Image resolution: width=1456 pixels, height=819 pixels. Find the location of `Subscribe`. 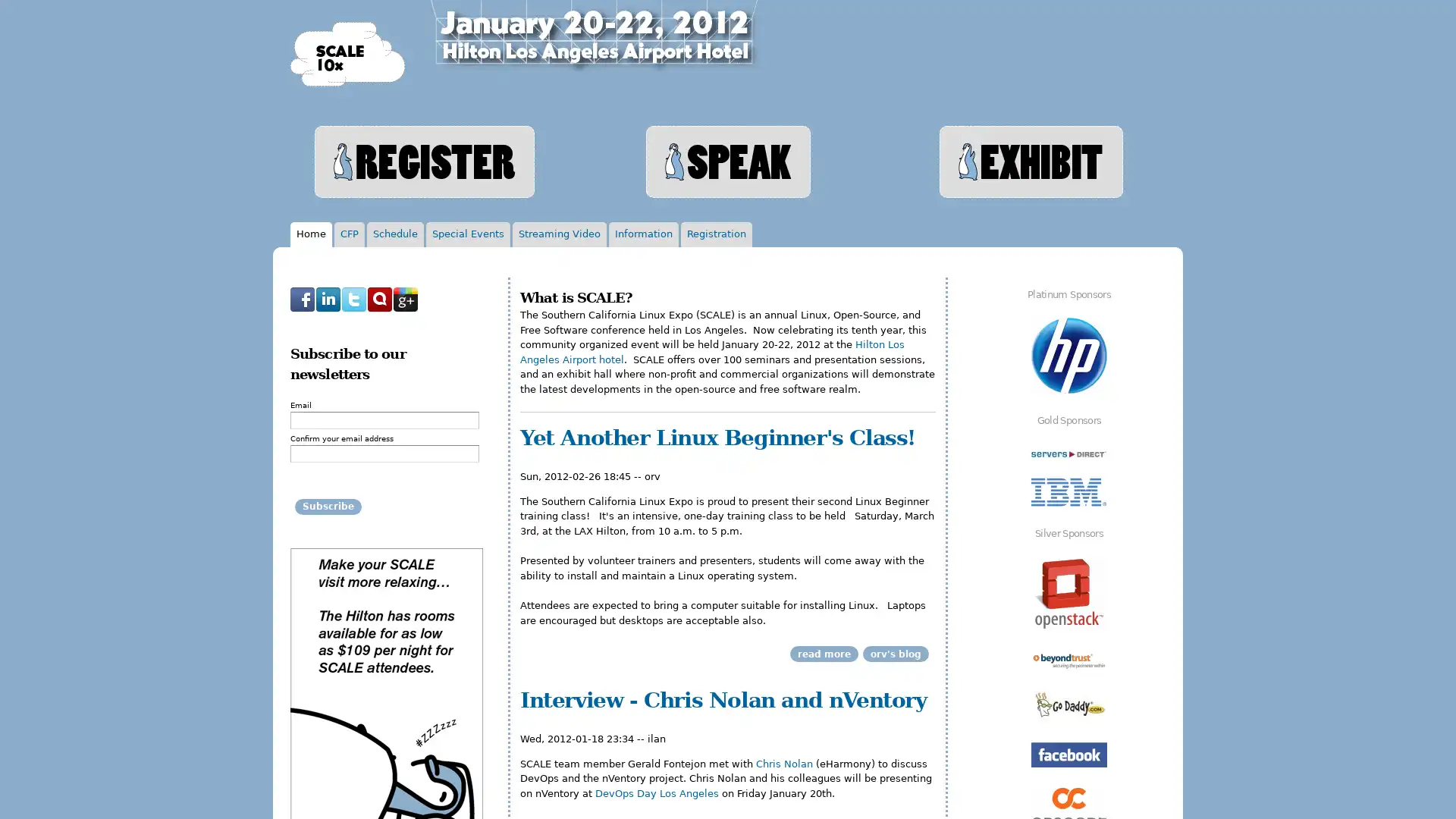

Subscribe is located at coordinates (327, 507).